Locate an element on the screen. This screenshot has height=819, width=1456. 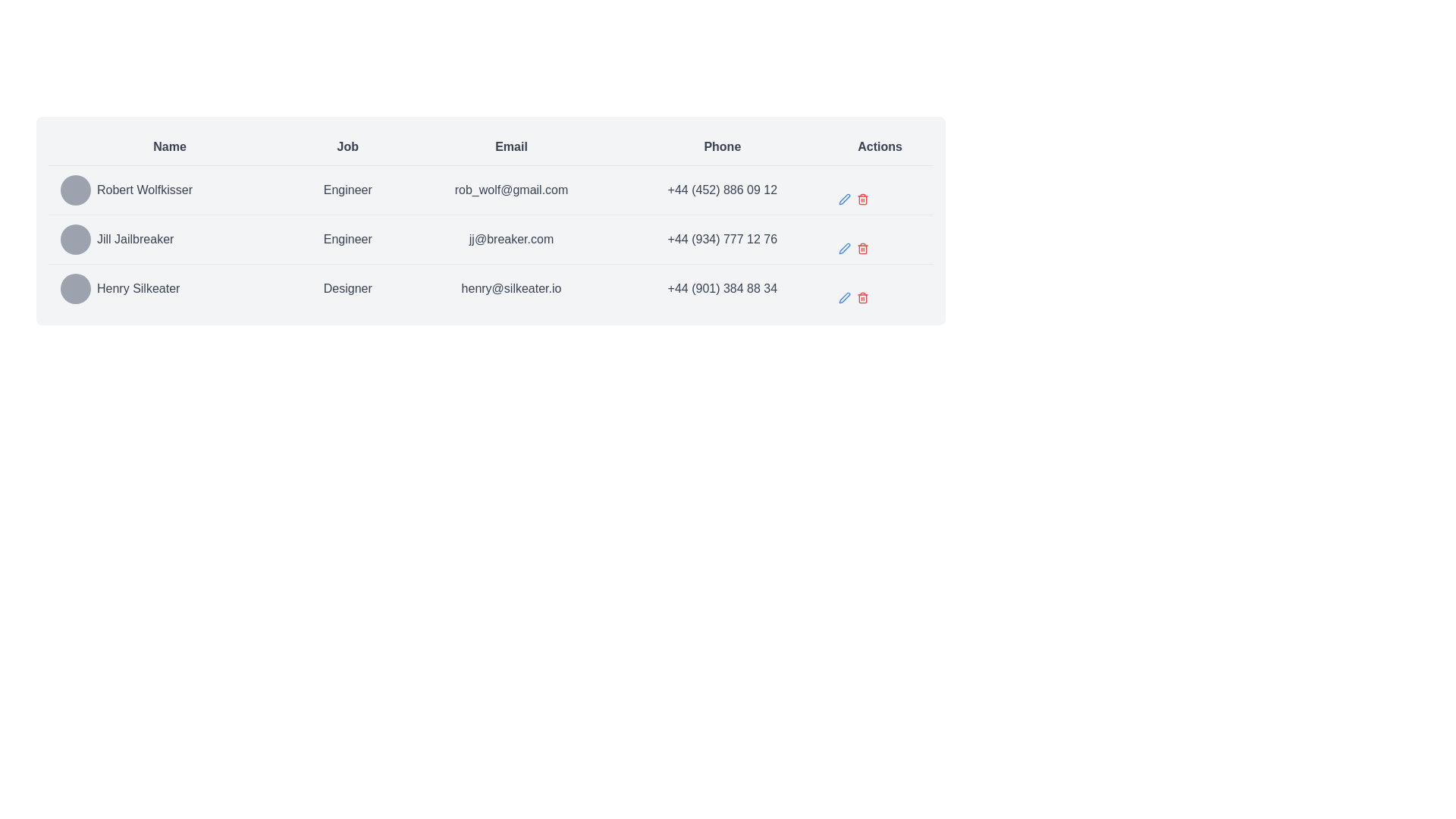
the second row of the table displaying contact and role information for Jill Jailbreaker is located at coordinates (491, 239).